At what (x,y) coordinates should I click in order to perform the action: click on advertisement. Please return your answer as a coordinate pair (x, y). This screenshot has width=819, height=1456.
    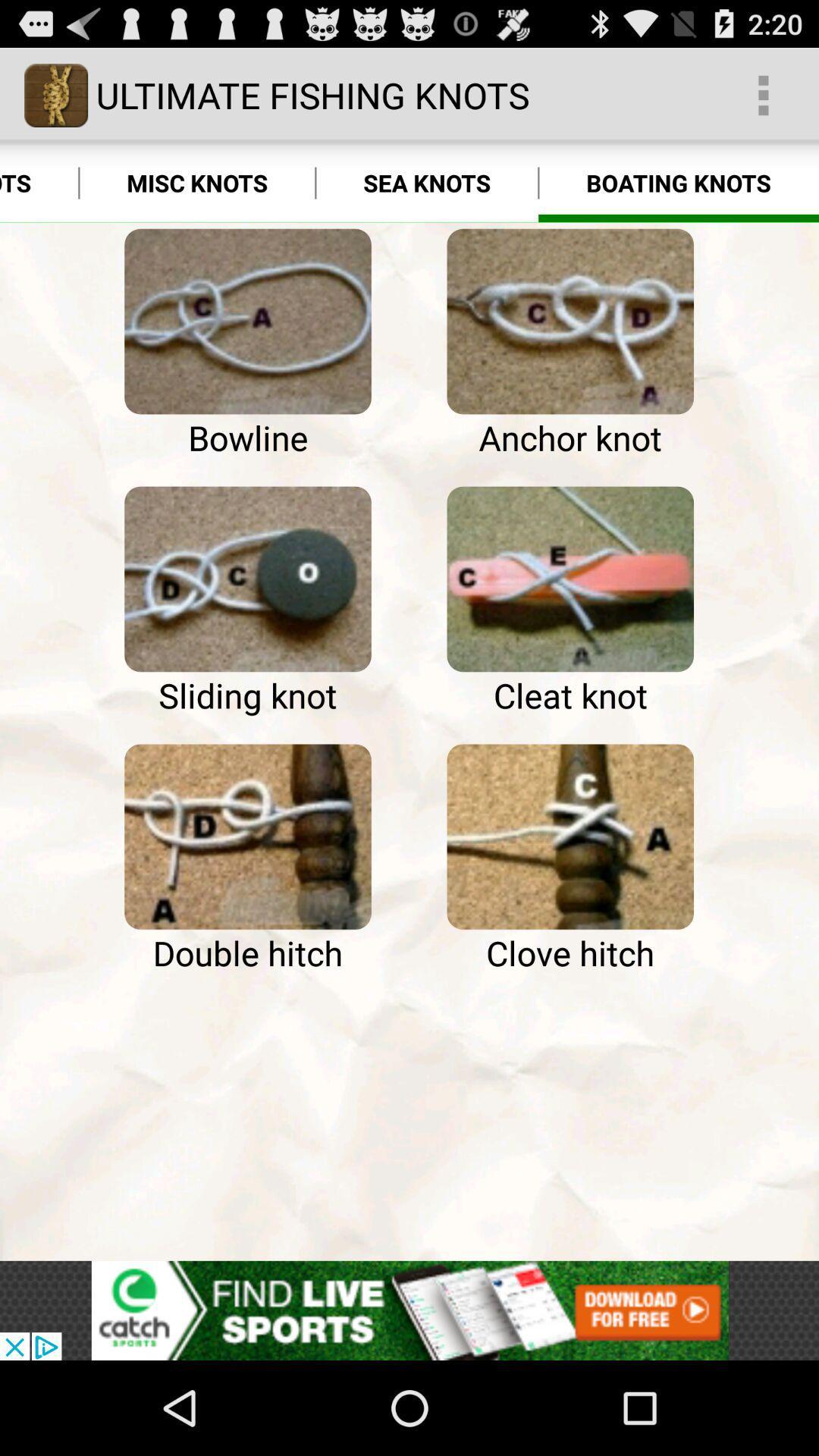
    Looking at the image, I should click on (409, 1310).